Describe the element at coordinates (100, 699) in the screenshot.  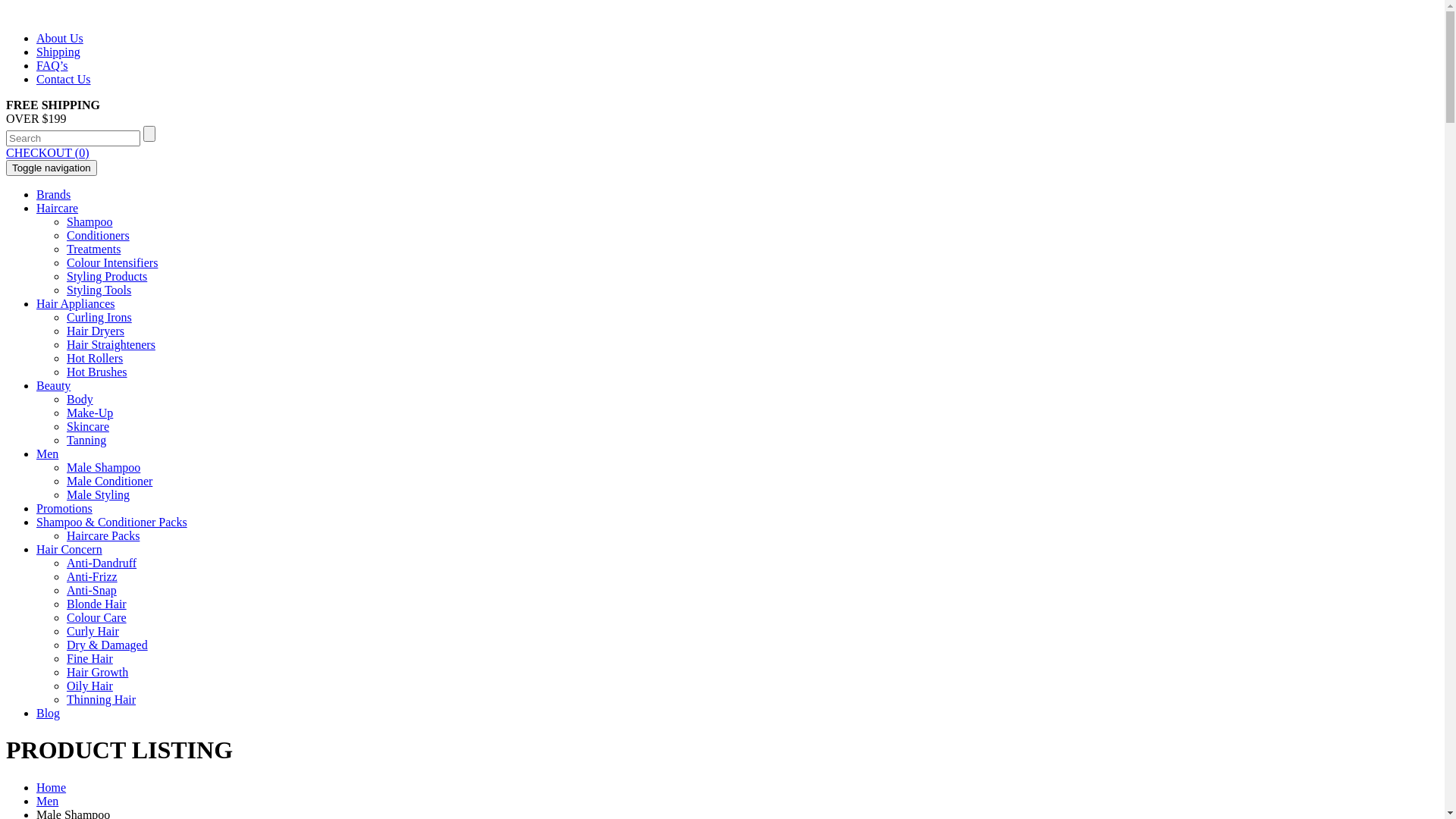
I see `'Thinning Hair'` at that location.